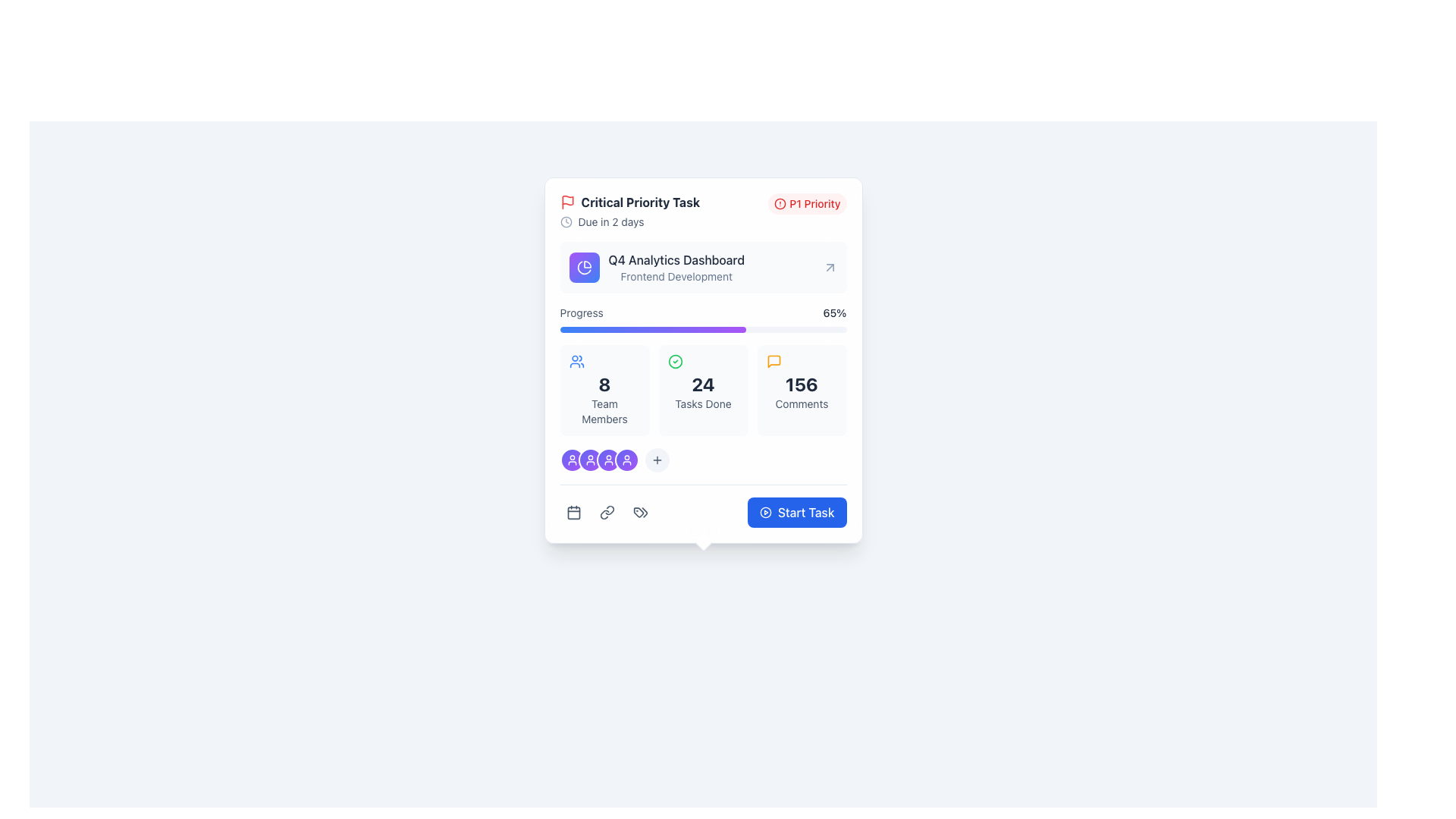 Image resolution: width=1456 pixels, height=819 pixels. Describe the element at coordinates (573, 512) in the screenshot. I see `the third rectangular shape with rounded corners within the calendar icon` at that location.